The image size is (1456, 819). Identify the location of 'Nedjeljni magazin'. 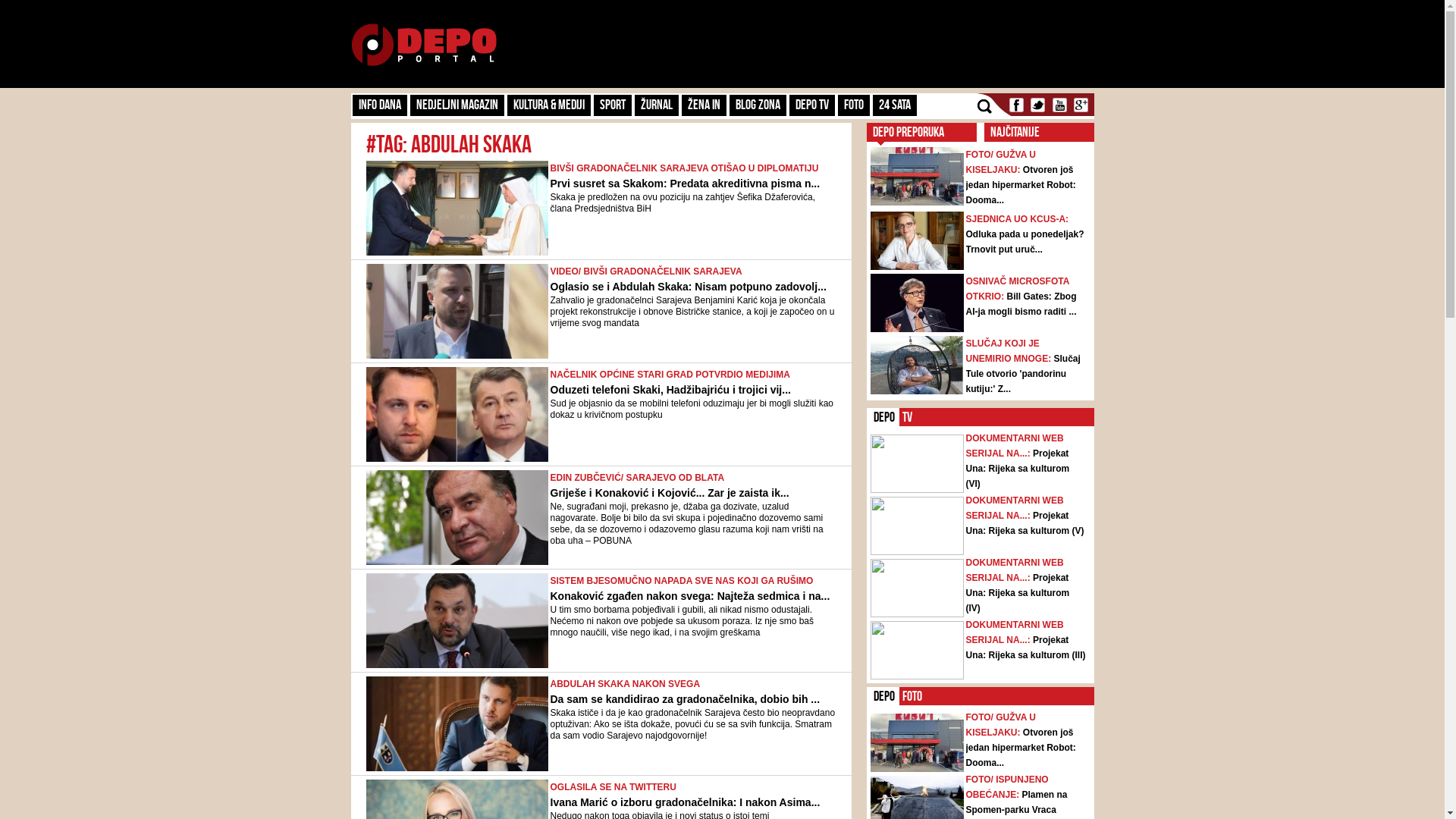
(455, 104).